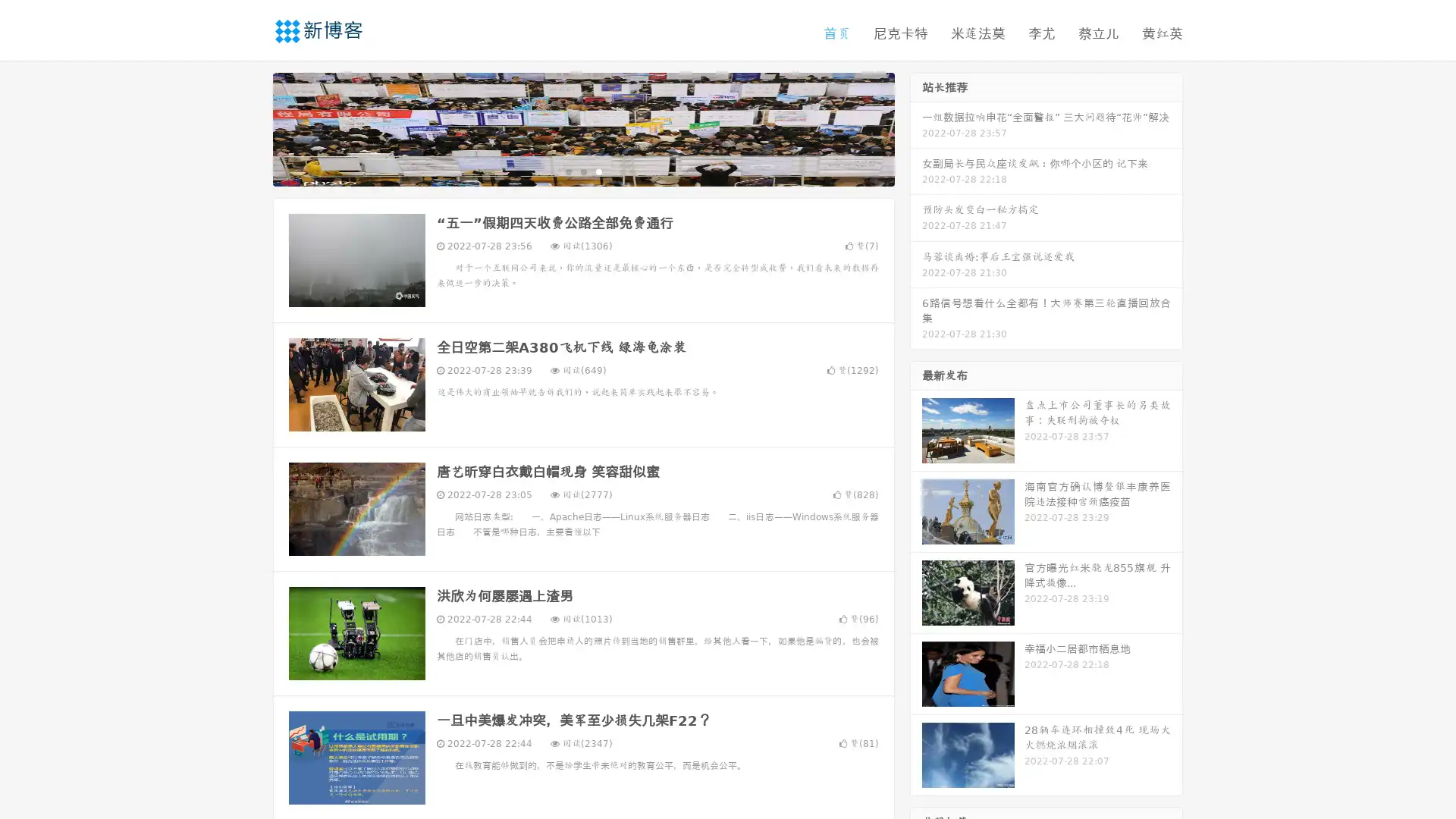 This screenshot has height=819, width=1456. What do you see at coordinates (250, 127) in the screenshot?
I see `Previous slide` at bounding box center [250, 127].